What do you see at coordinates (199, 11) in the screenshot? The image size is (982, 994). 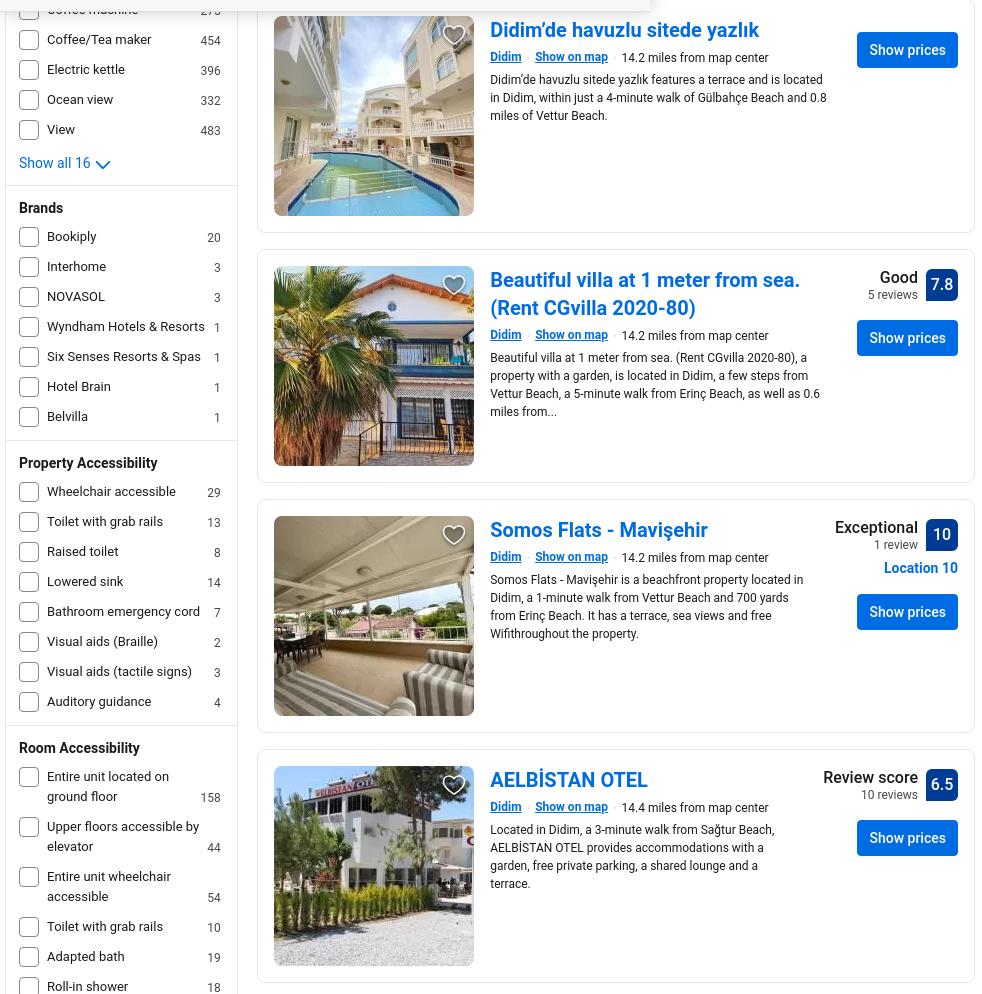 I see `'275'` at bounding box center [199, 11].